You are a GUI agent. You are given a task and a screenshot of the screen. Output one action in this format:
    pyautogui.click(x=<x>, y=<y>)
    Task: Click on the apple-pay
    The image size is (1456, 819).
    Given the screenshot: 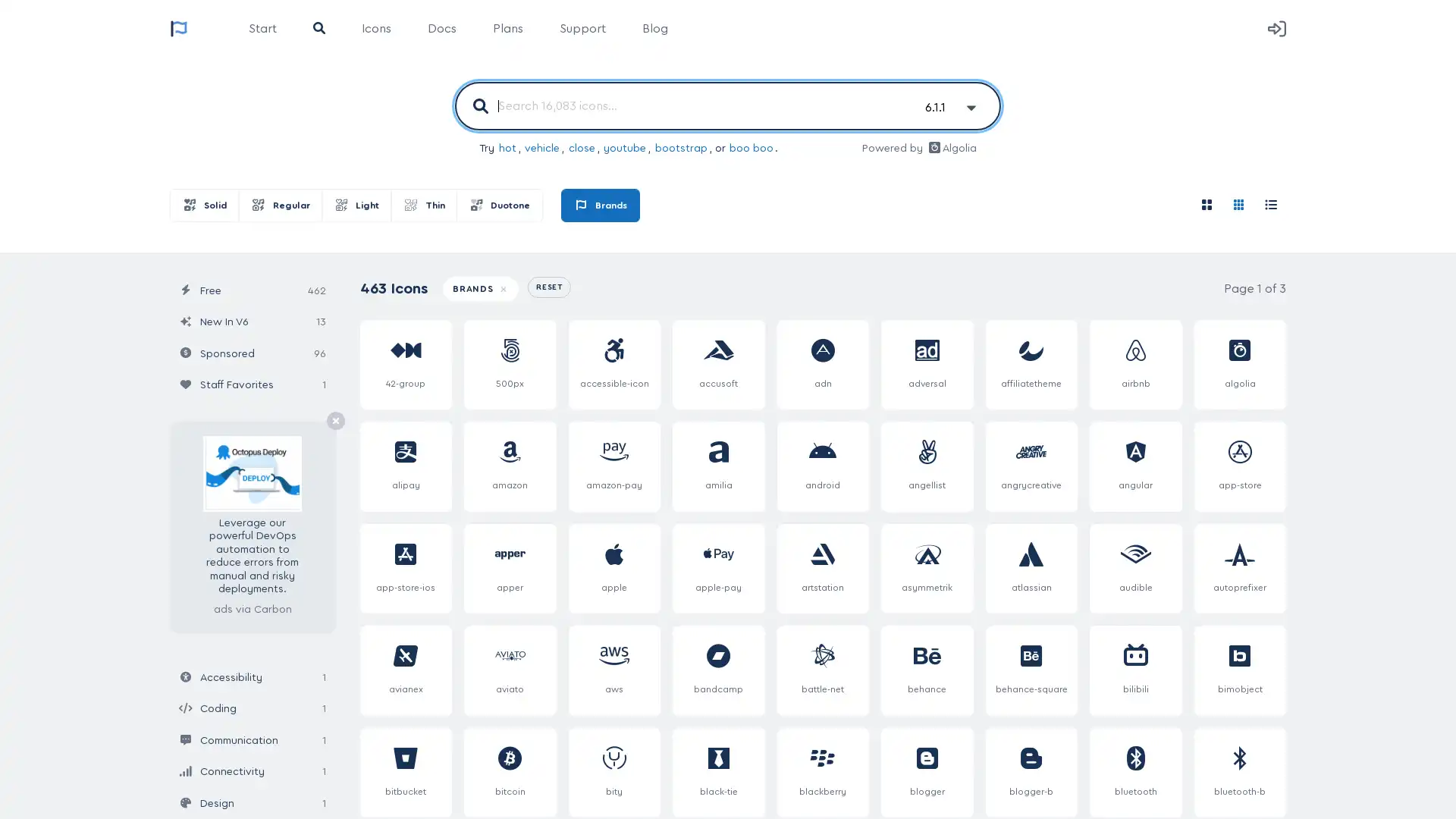 What is the action you would take?
    pyautogui.click(x=717, y=579)
    